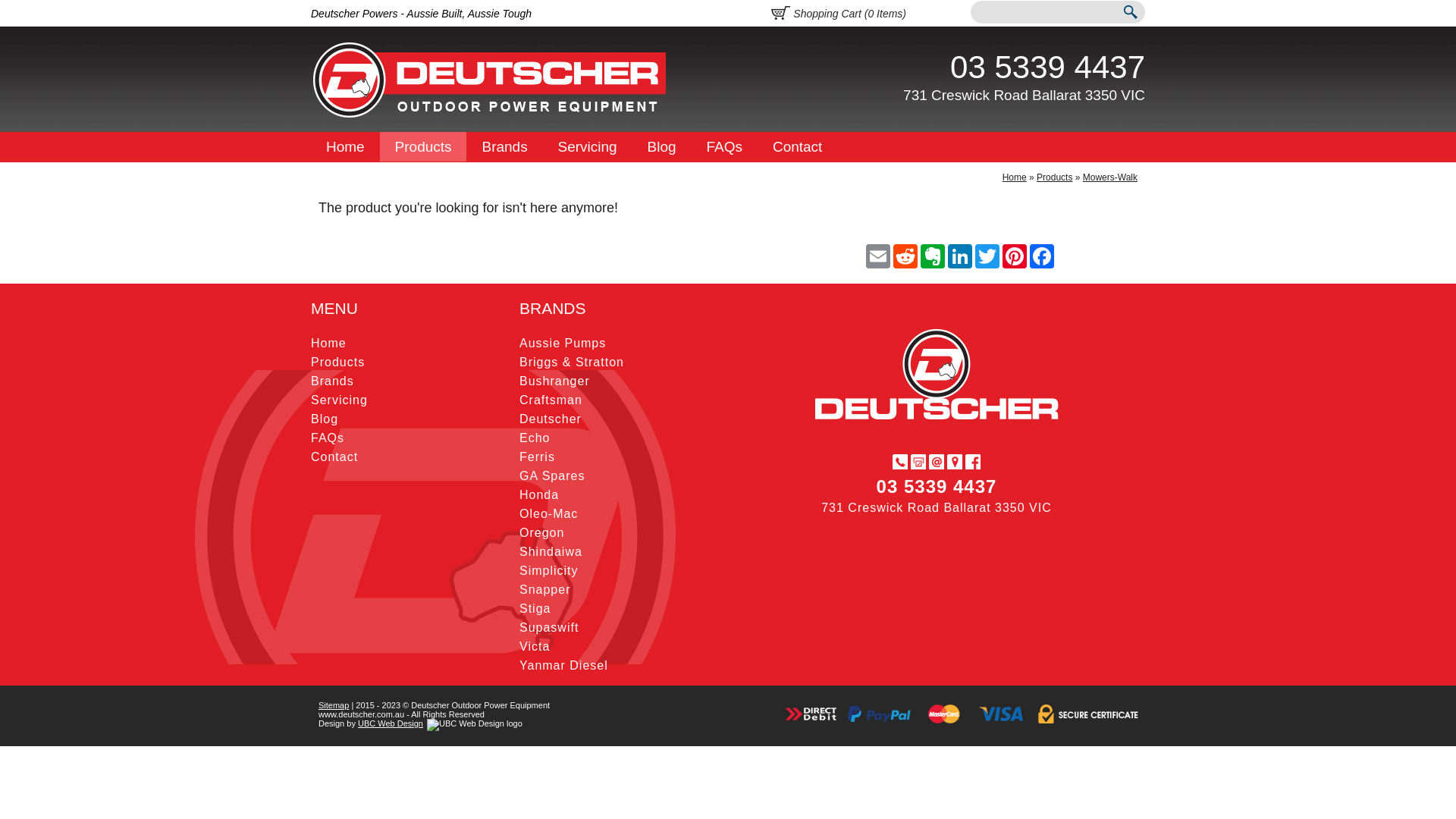  What do you see at coordinates (519, 570) in the screenshot?
I see `'Simplicity'` at bounding box center [519, 570].